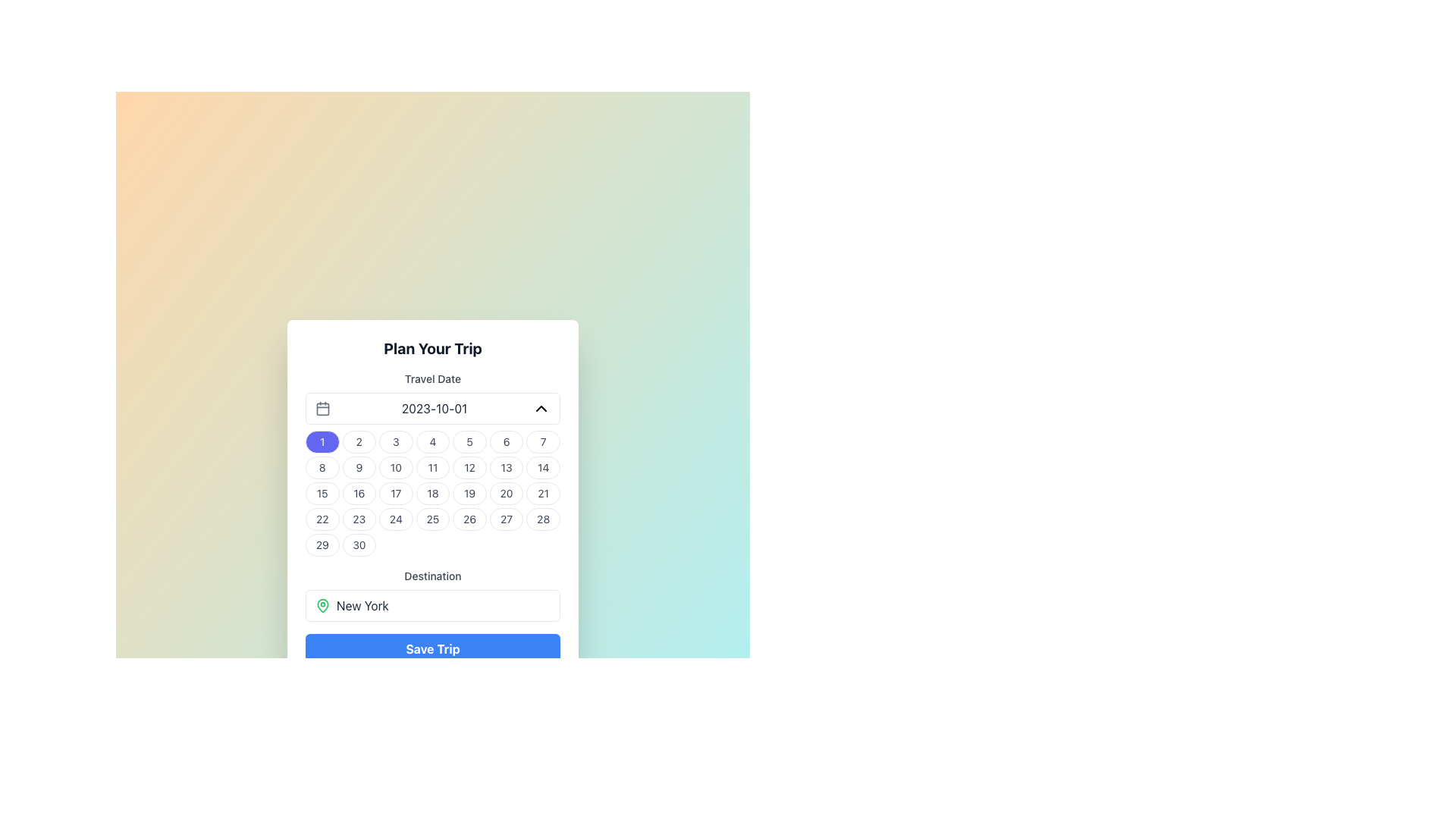 The image size is (1456, 819). Describe the element at coordinates (322, 408) in the screenshot. I see `details of the calendar icon associated with the 'Travel Date' functionality, located above the 'Travel Date' input field` at that location.